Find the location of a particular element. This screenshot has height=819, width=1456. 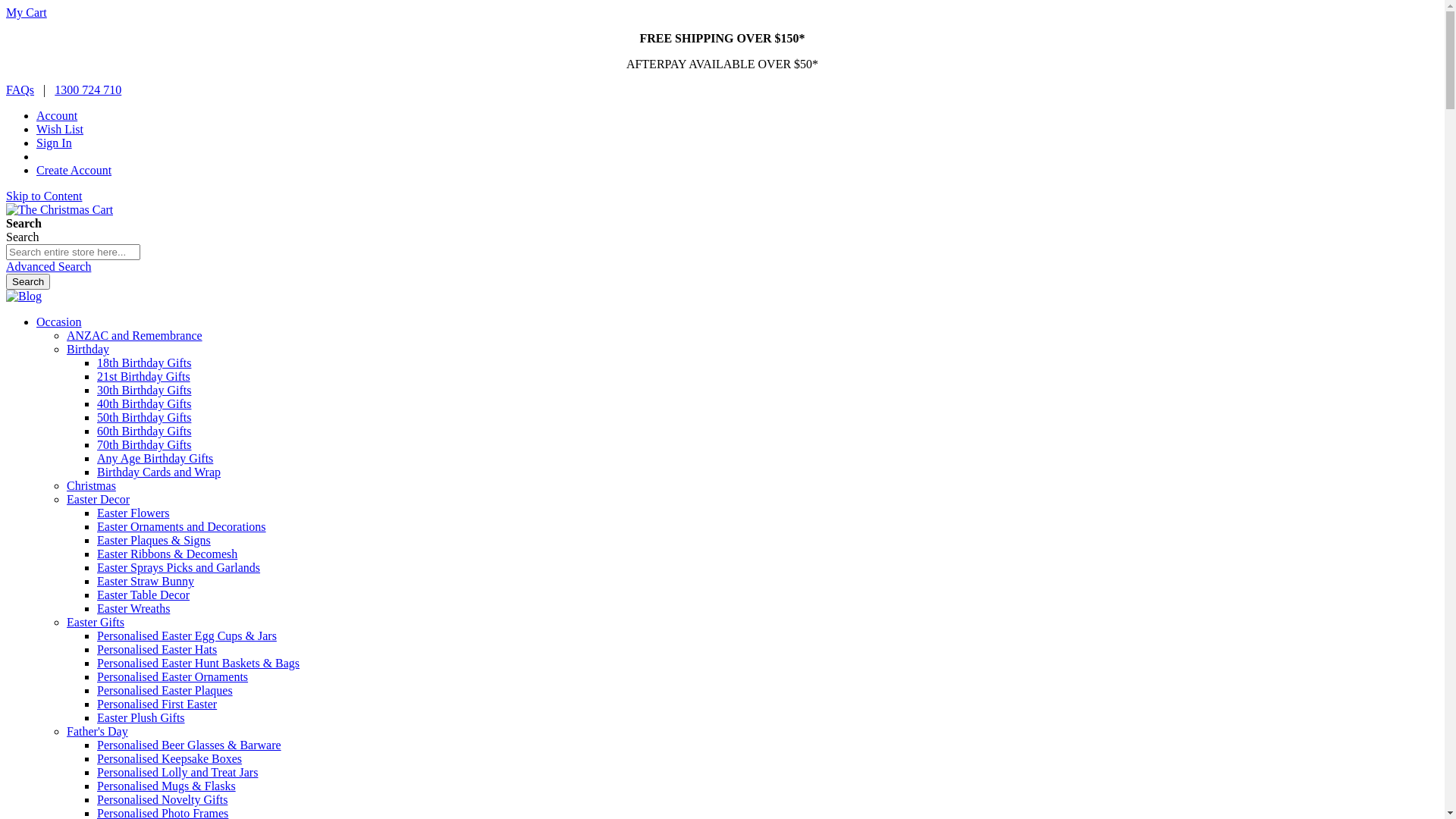

'Wish List' is located at coordinates (59, 128).